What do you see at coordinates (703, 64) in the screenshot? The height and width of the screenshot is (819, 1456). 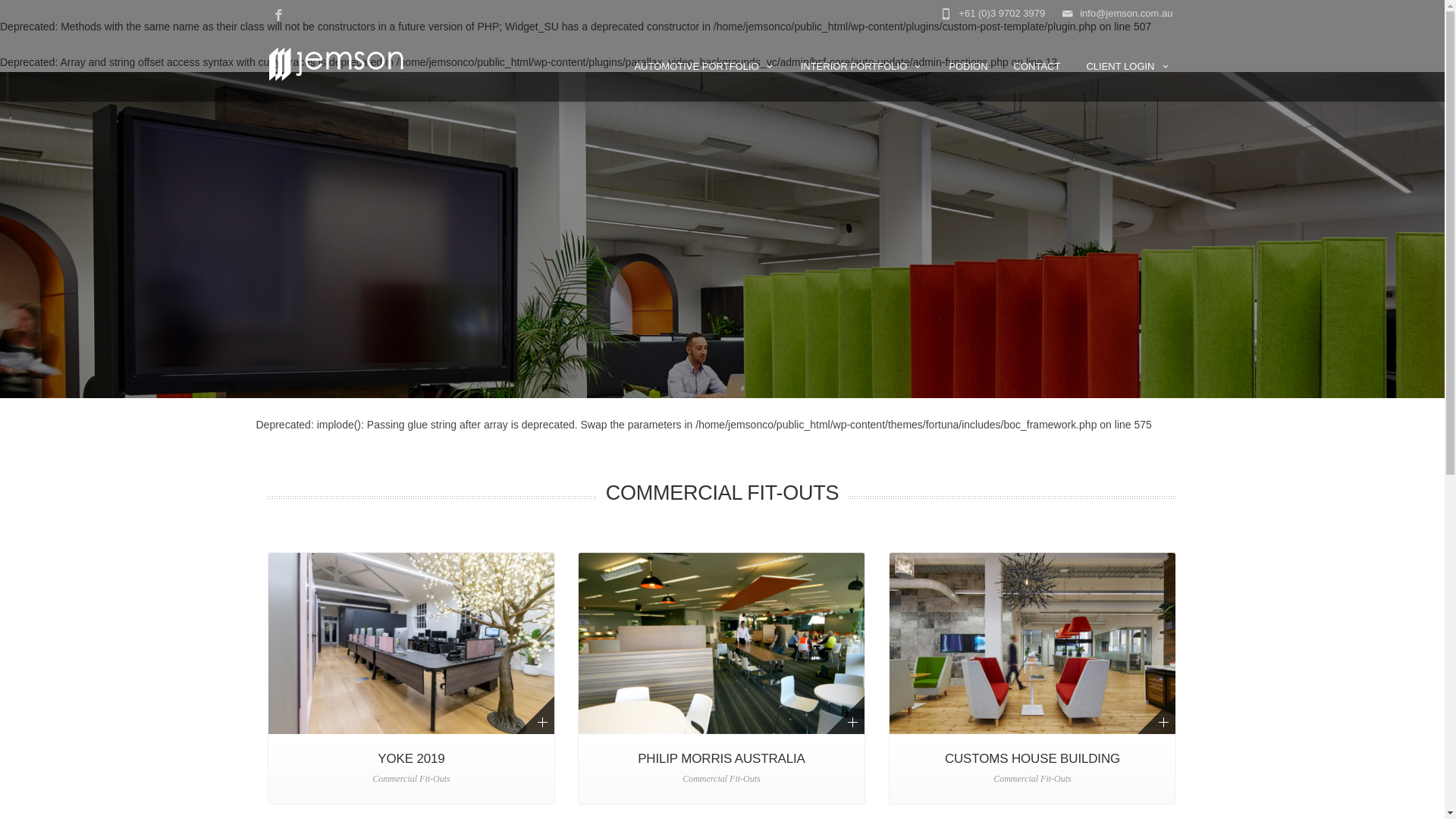 I see `'AUTOMOTIVE PORTFOLIO'` at bounding box center [703, 64].